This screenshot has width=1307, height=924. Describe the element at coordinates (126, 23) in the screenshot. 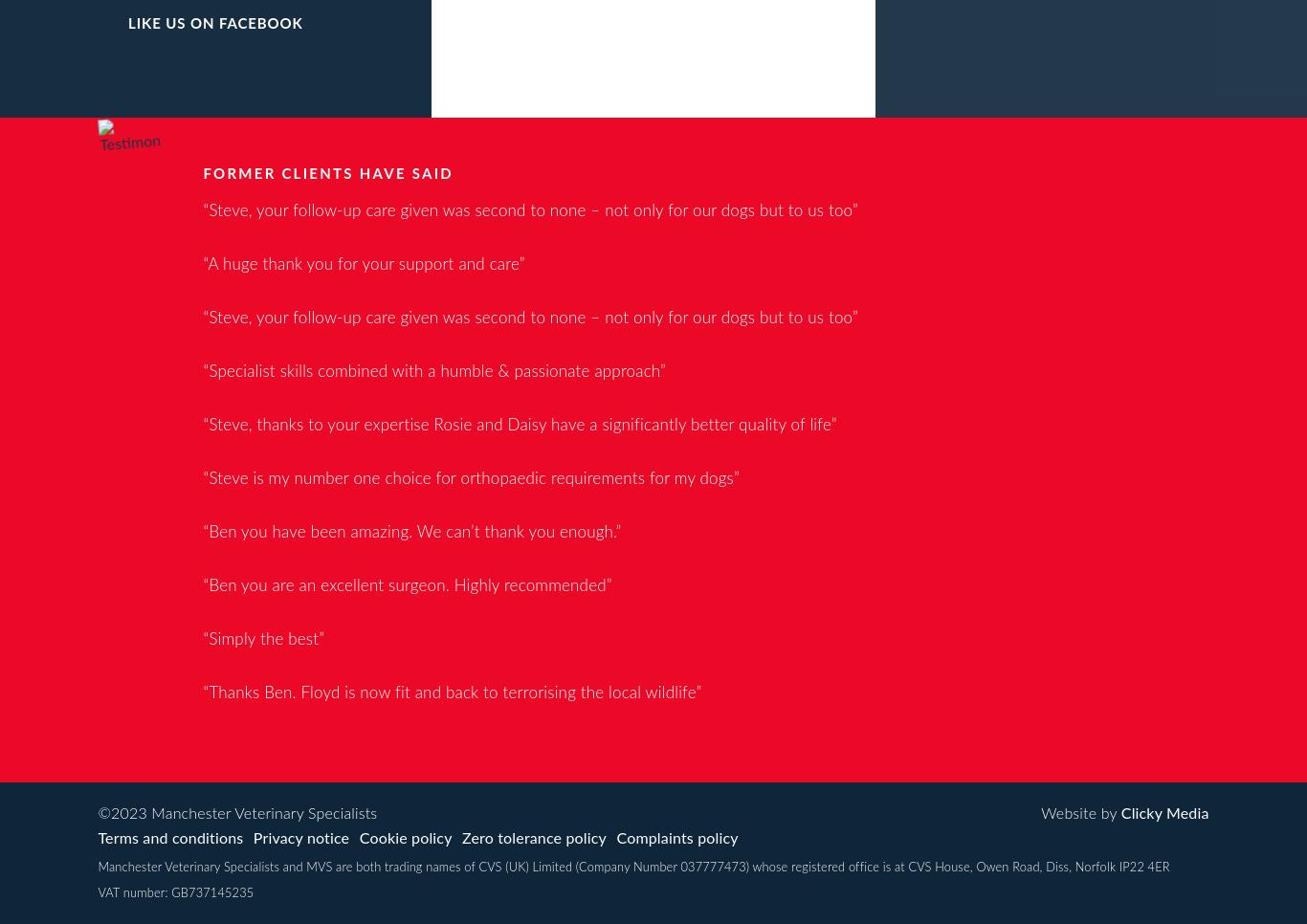

I see `'Like us on Facebook'` at that location.